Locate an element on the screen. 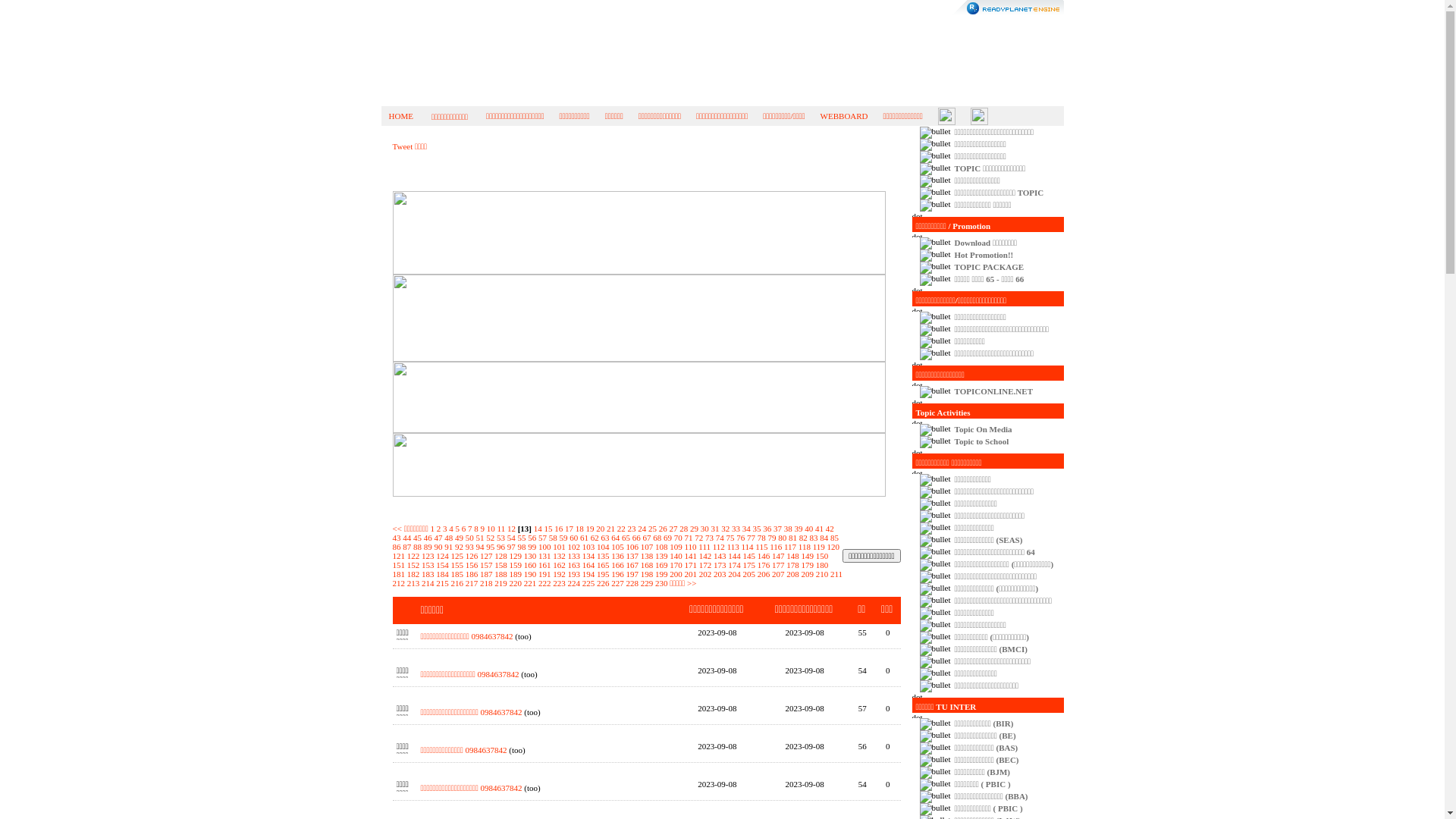  '201' is located at coordinates (689, 573).